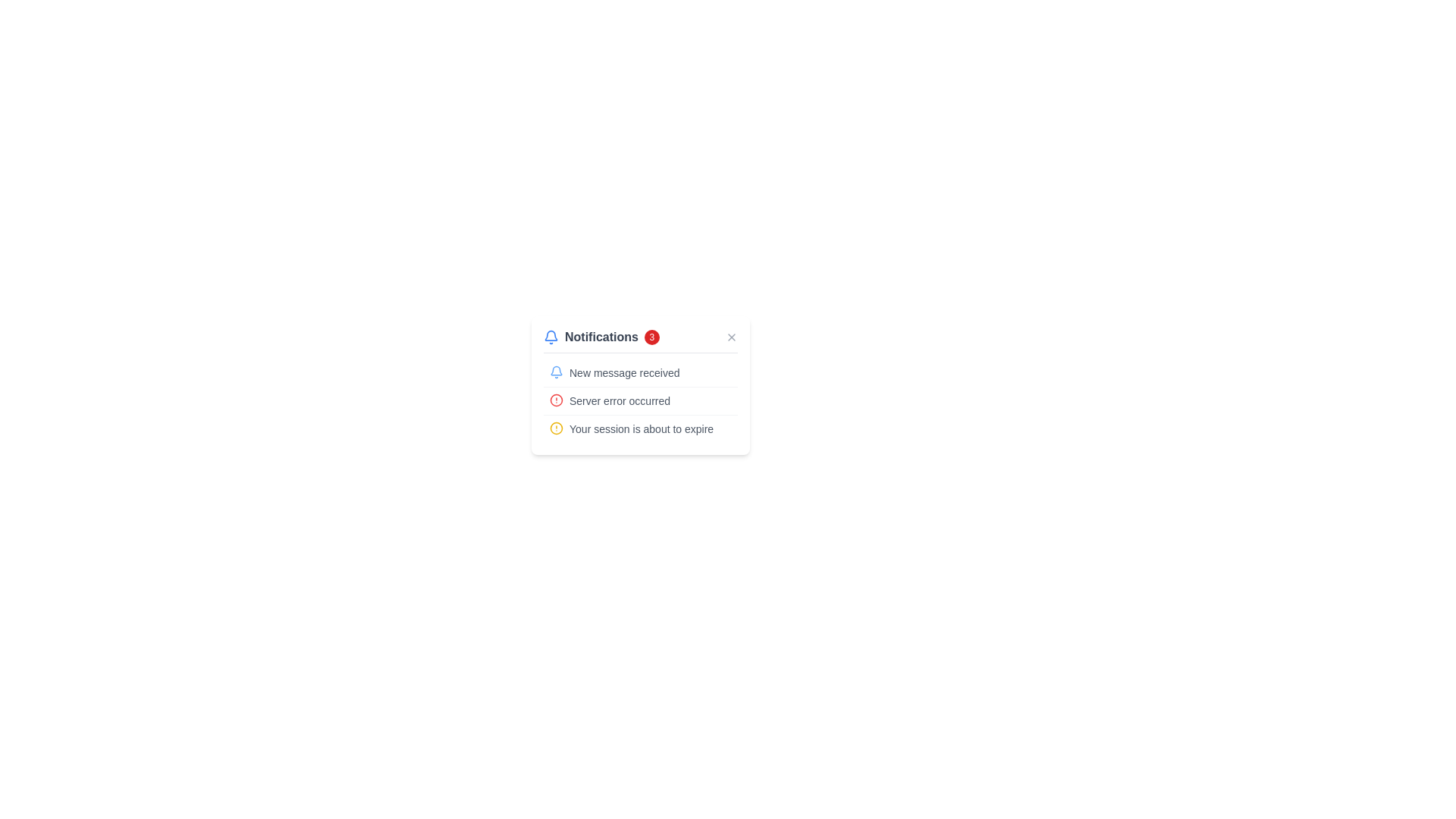  Describe the element at coordinates (624, 373) in the screenshot. I see `the first text label in the list of notifications that informs about a newly received message` at that location.